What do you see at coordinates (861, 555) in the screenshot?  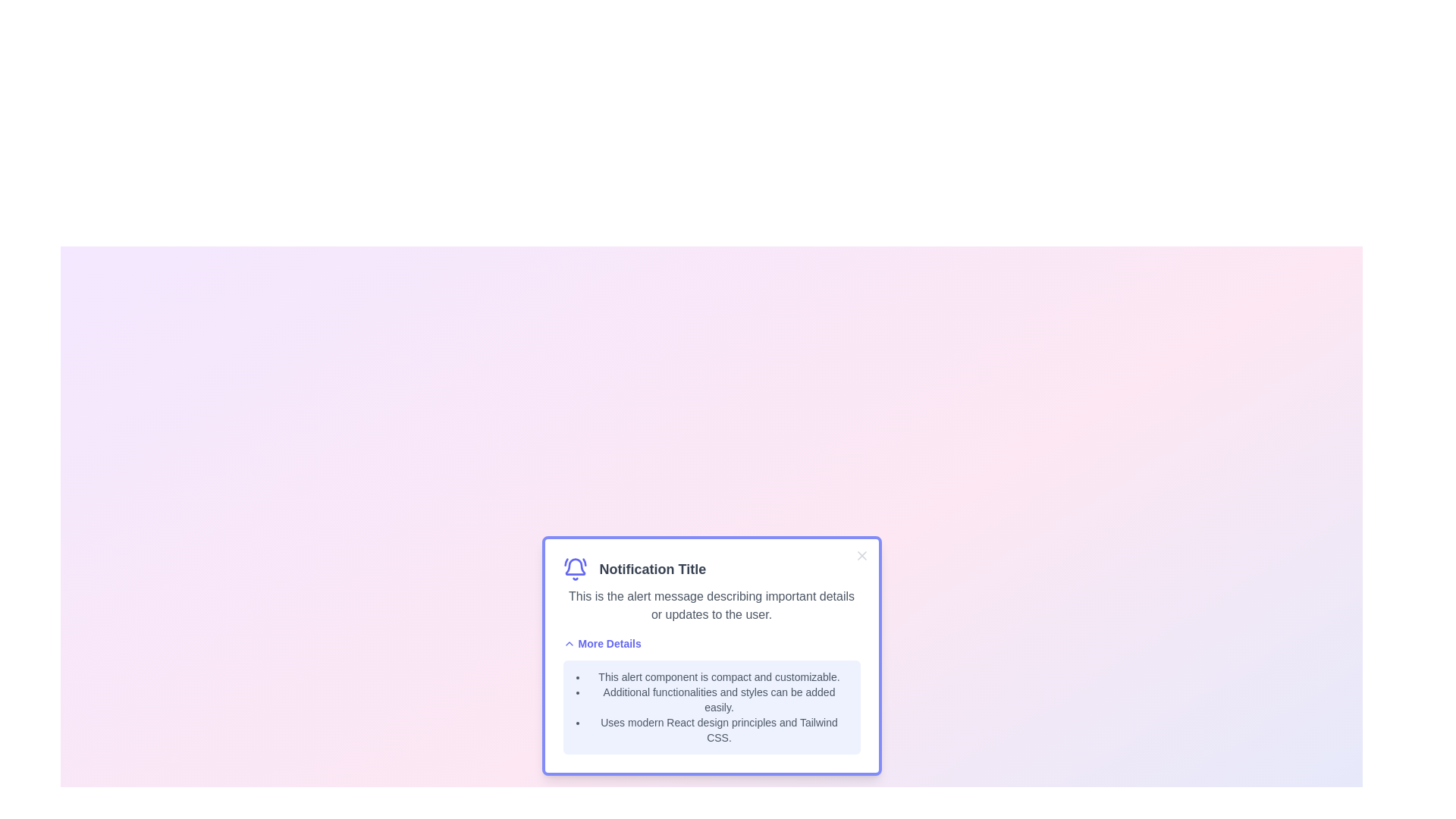 I see `the close button of the alert` at bounding box center [861, 555].